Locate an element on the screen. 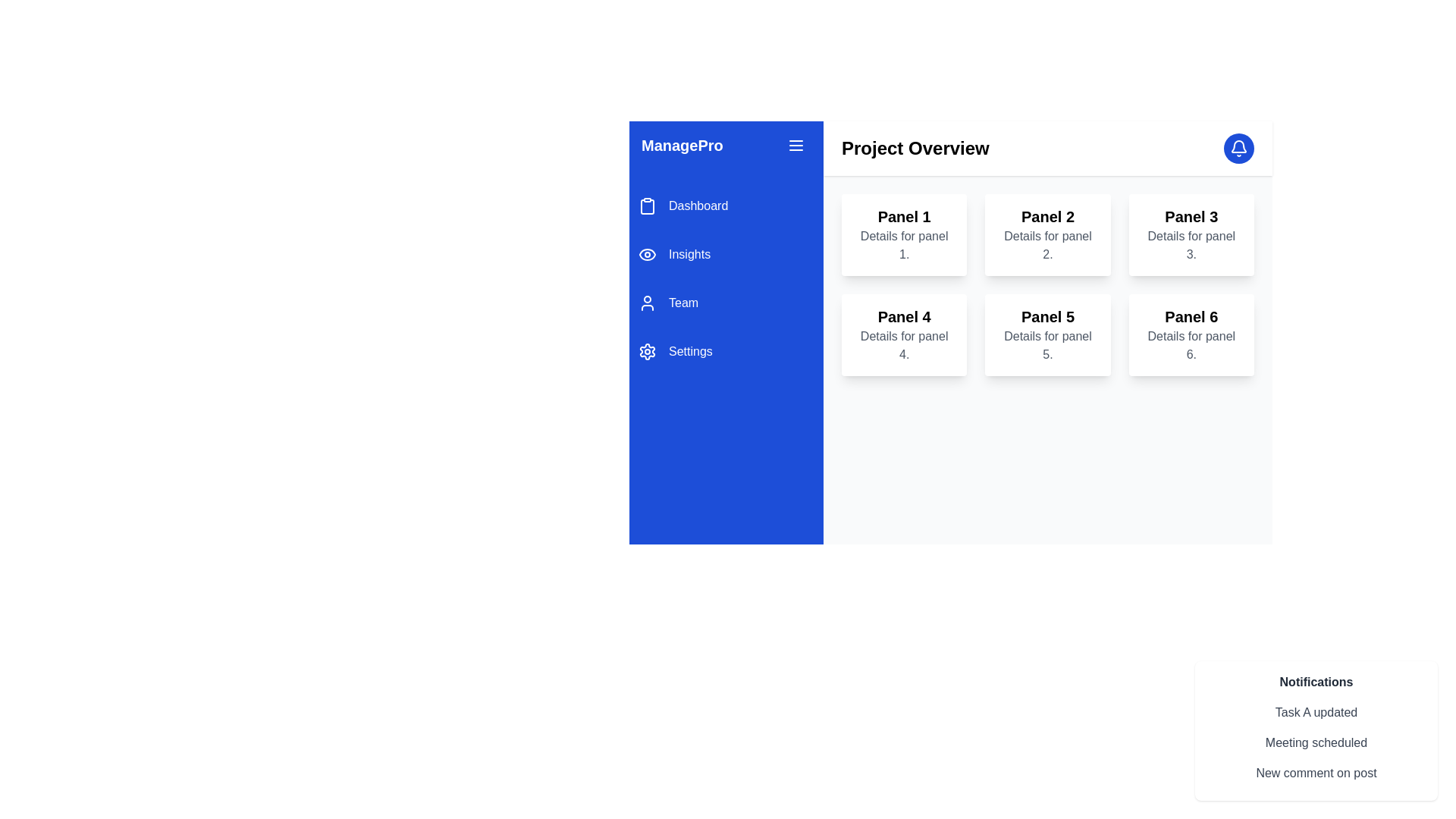 The height and width of the screenshot is (819, 1456). the static text label displaying 'Details for panel 2.' which is located under the header 'Panel 2.' is located at coordinates (1047, 245).